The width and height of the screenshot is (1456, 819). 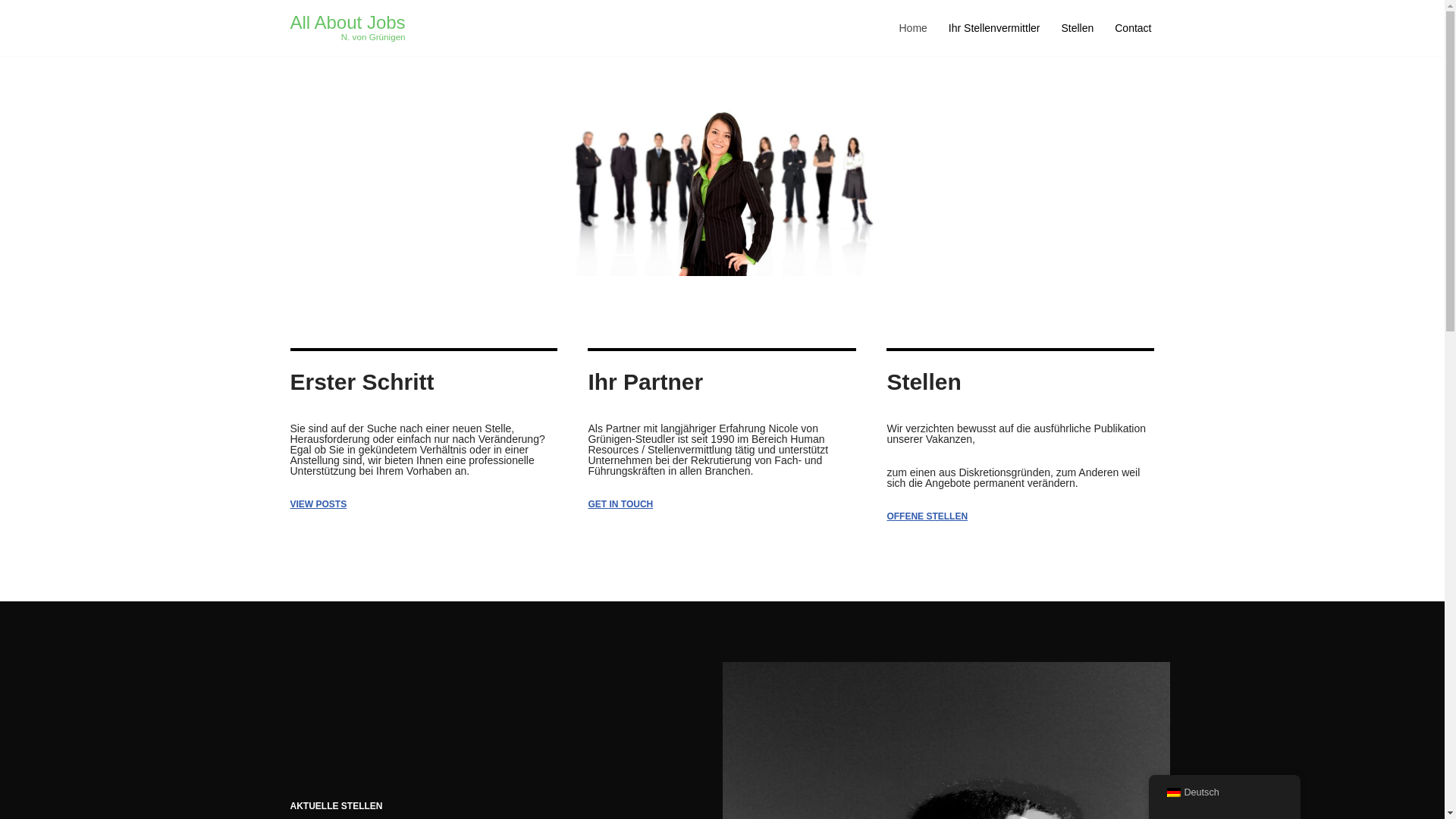 What do you see at coordinates (1132, 27) in the screenshot?
I see `'Contact'` at bounding box center [1132, 27].